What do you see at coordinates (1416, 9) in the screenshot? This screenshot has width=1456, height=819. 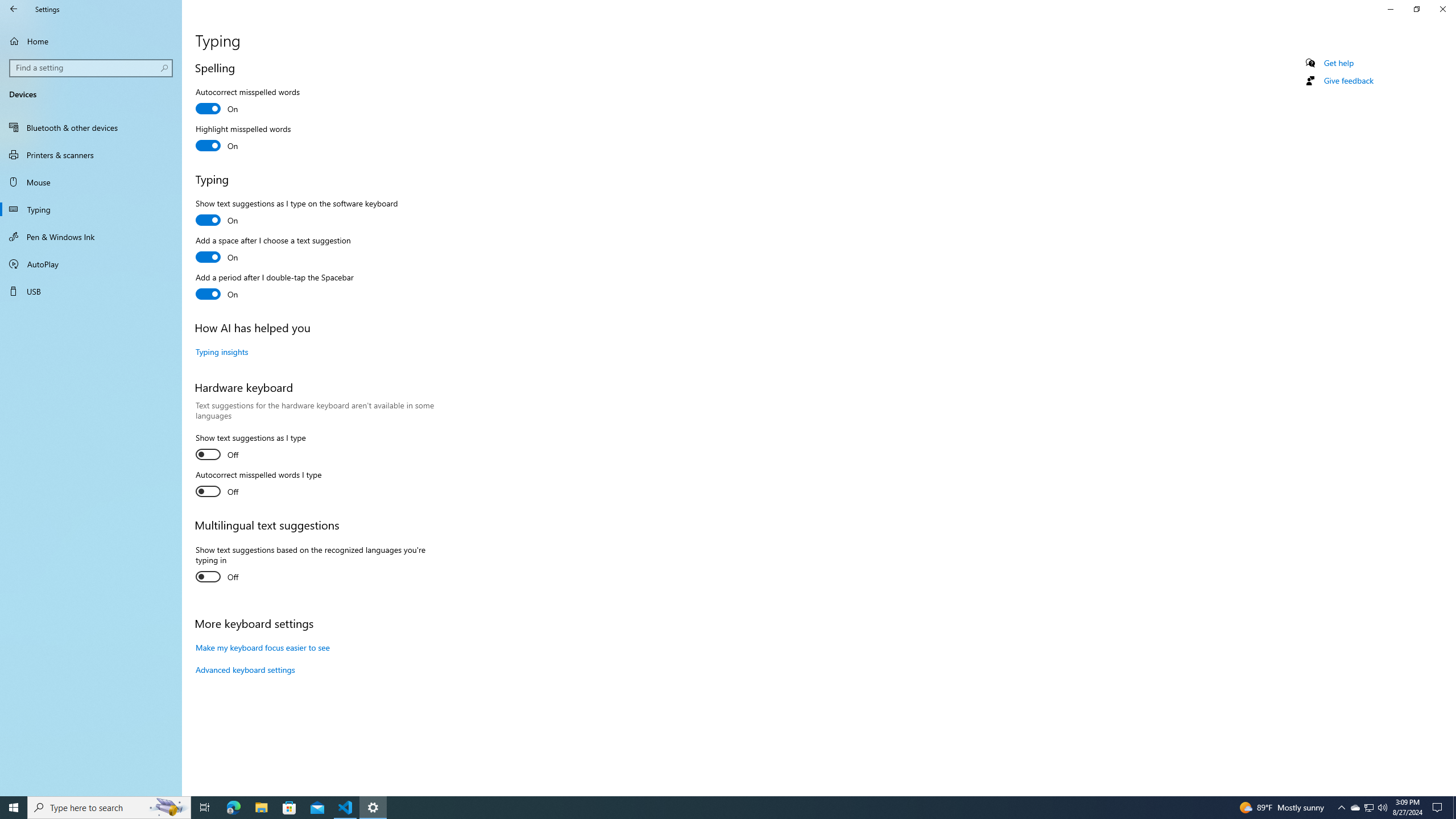 I see `'Restore Settings'` at bounding box center [1416, 9].